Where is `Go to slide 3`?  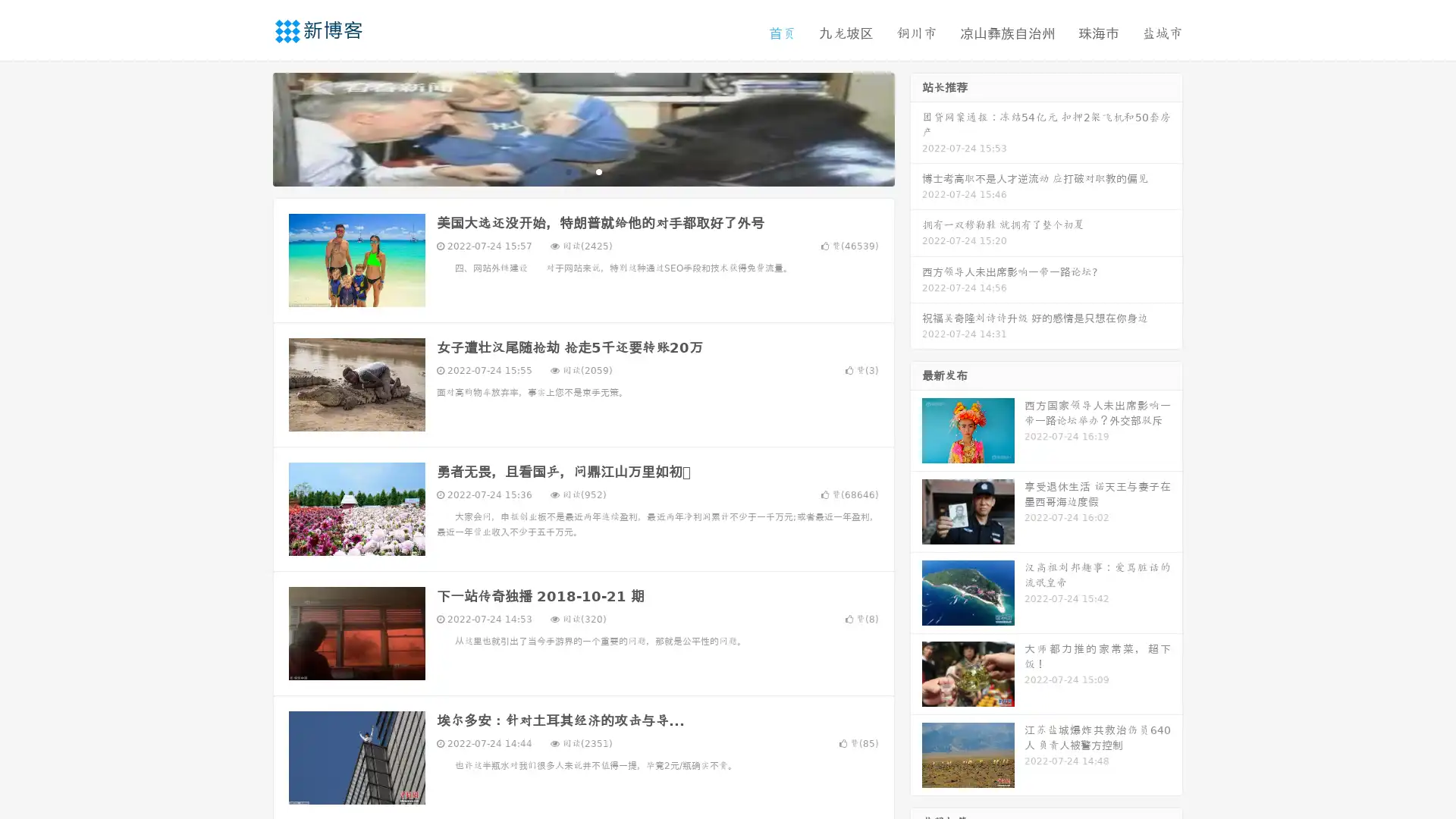 Go to slide 3 is located at coordinates (598, 171).